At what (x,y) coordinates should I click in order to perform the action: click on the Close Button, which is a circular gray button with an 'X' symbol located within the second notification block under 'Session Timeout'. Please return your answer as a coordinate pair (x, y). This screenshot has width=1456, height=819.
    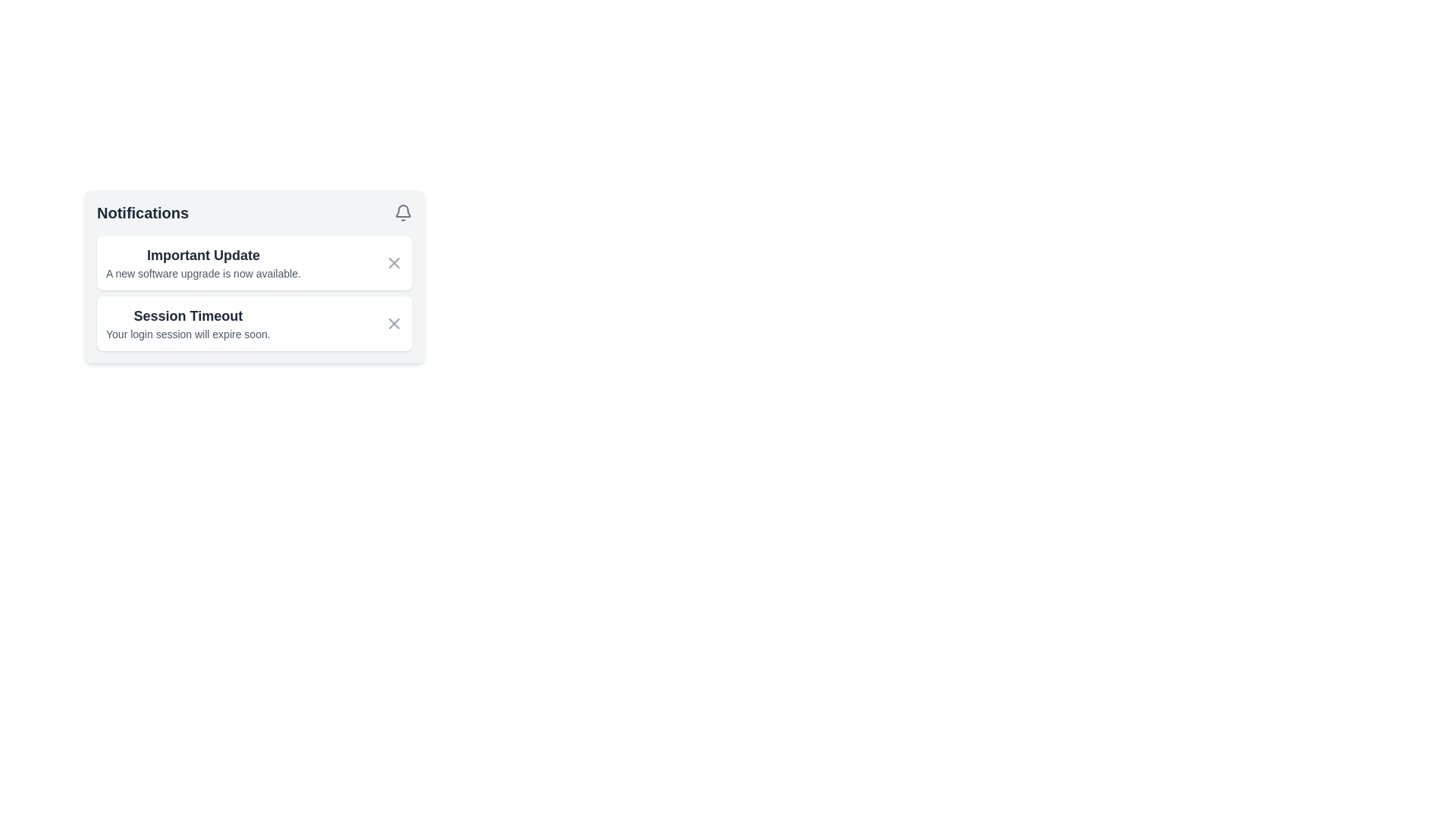
    Looking at the image, I should click on (394, 323).